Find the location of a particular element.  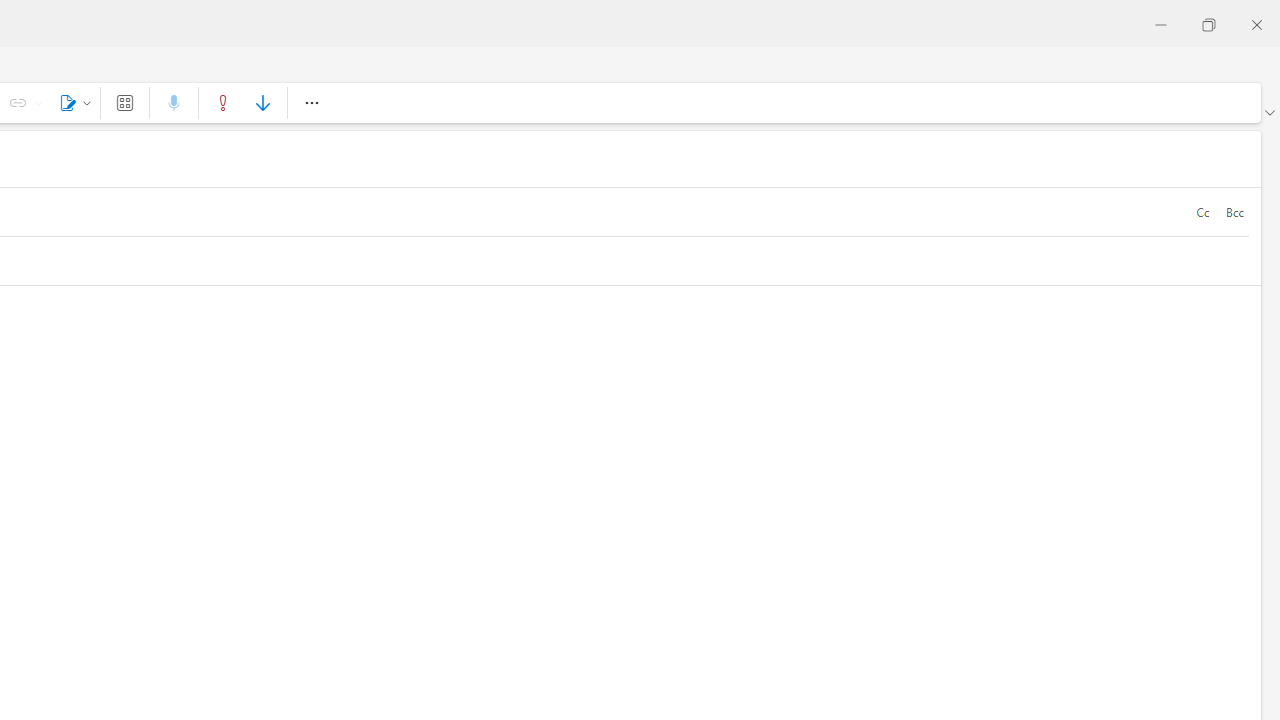

'Apps' is located at coordinates (123, 102).